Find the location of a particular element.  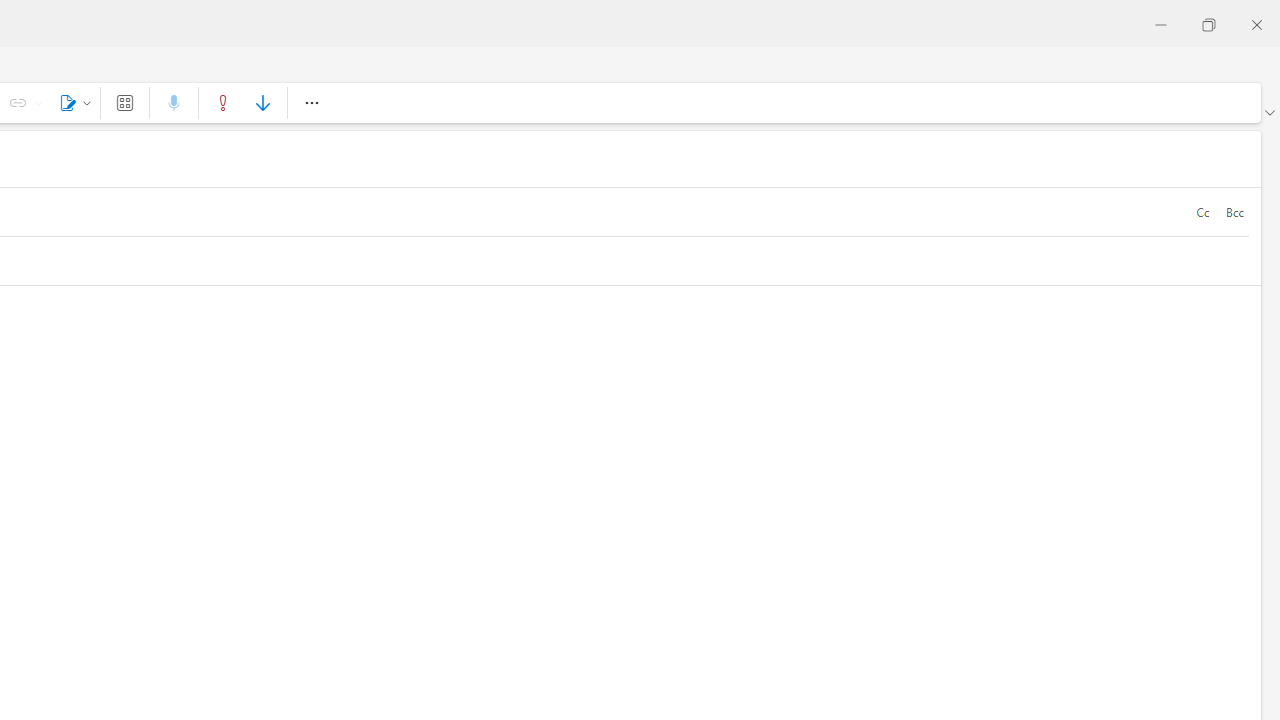

'Apps' is located at coordinates (123, 102).